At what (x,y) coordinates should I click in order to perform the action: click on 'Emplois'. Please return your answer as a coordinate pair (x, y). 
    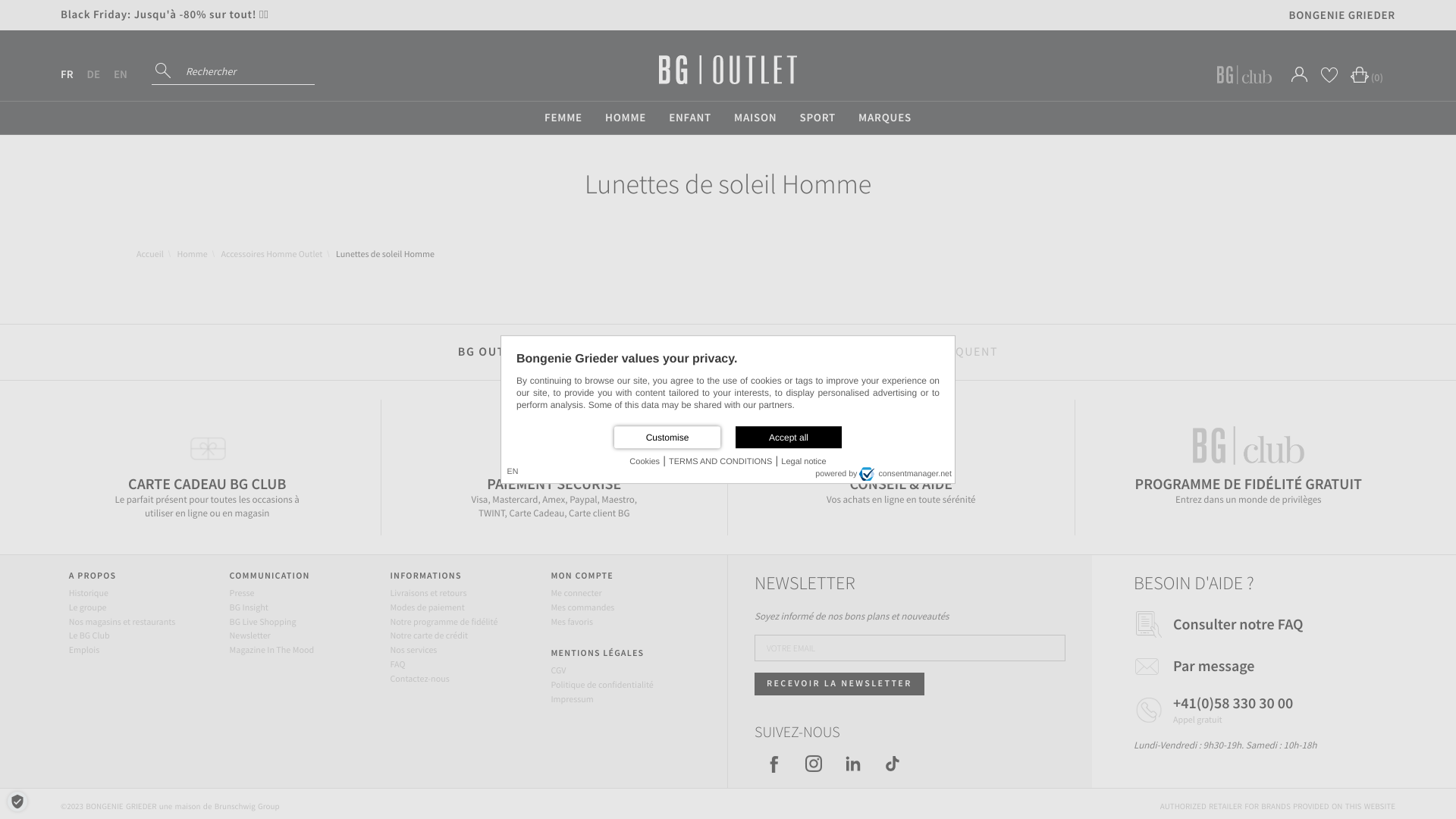
    Looking at the image, I should click on (83, 649).